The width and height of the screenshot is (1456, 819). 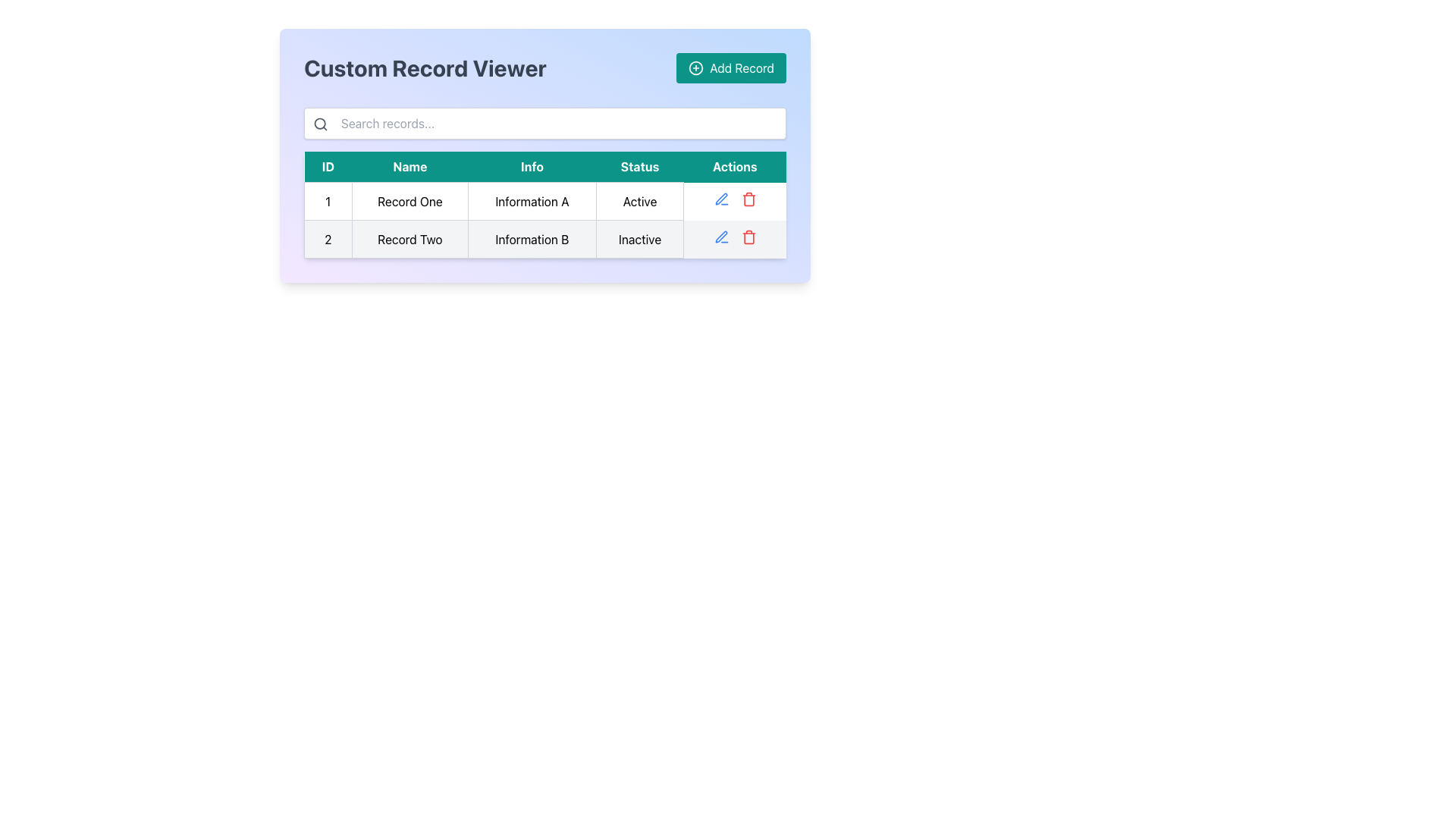 What do you see at coordinates (425, 67) in the screenshot?
I see `the 'Custom Record Viewer' text header element` at bounding box center [425, 67].